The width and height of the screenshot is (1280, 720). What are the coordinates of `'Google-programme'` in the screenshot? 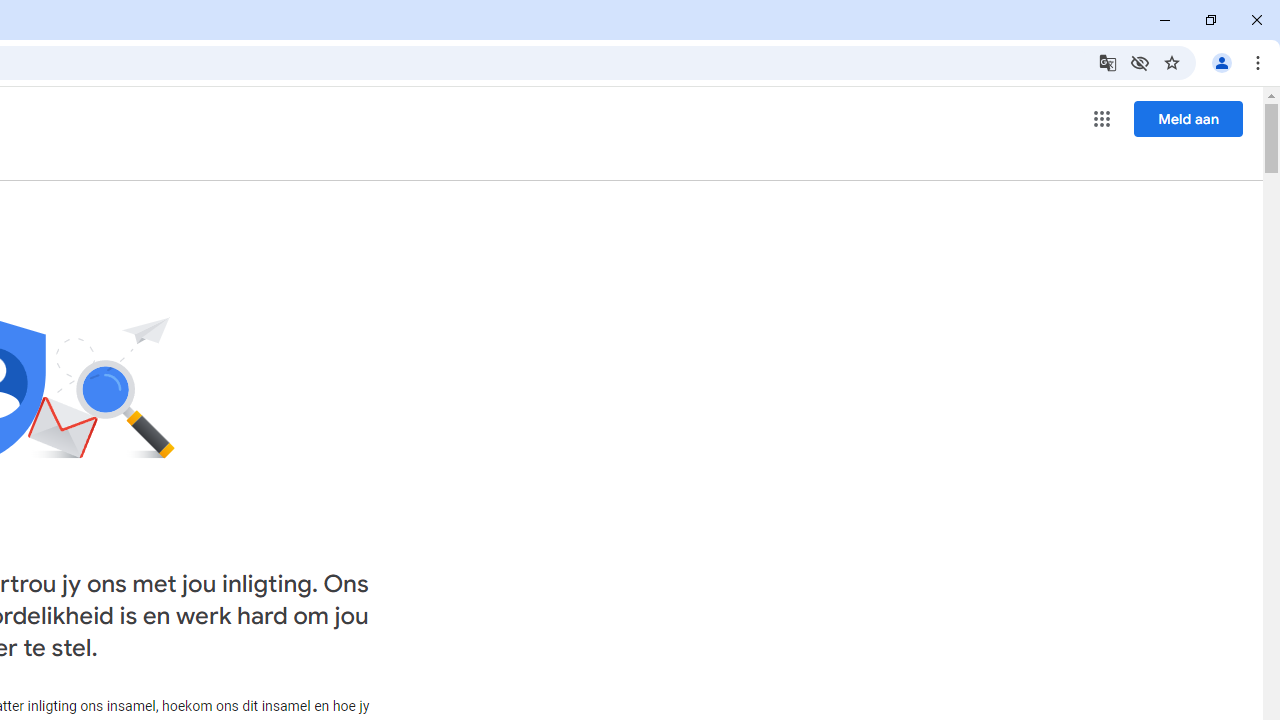 It's located at (1101, 119).